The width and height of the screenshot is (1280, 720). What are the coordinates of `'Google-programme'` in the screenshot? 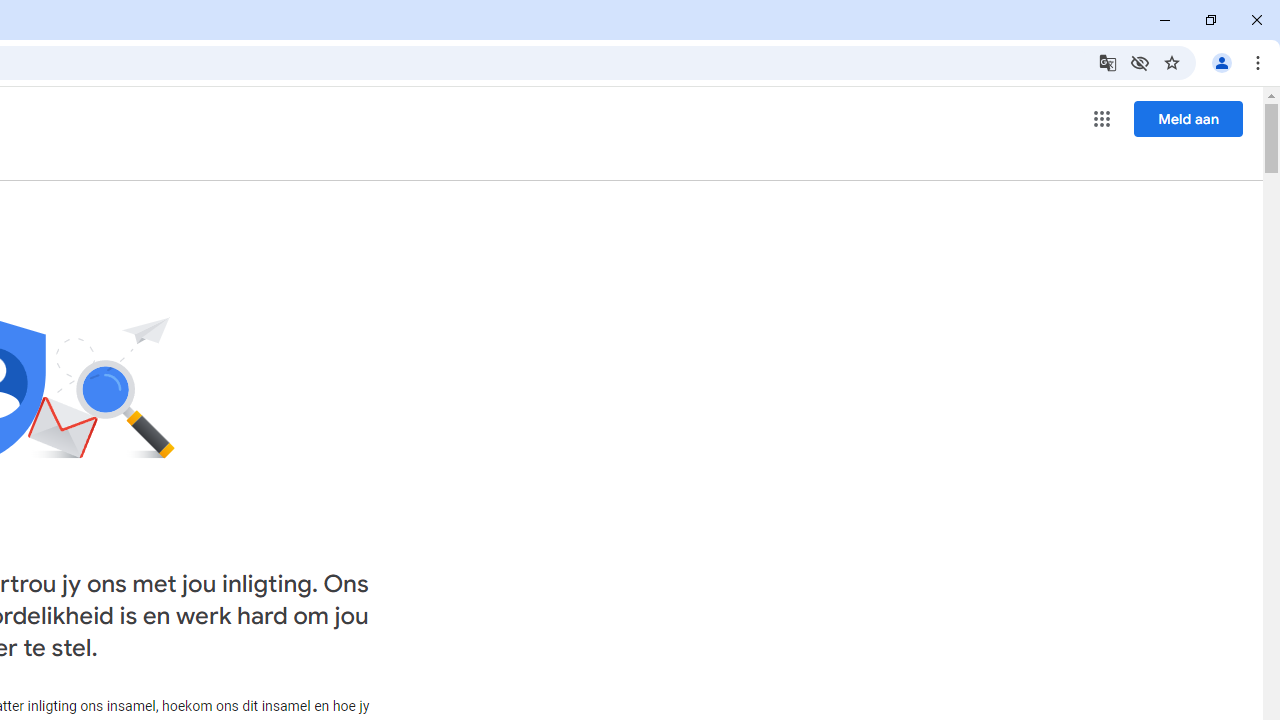 It's located at (1101, 119).